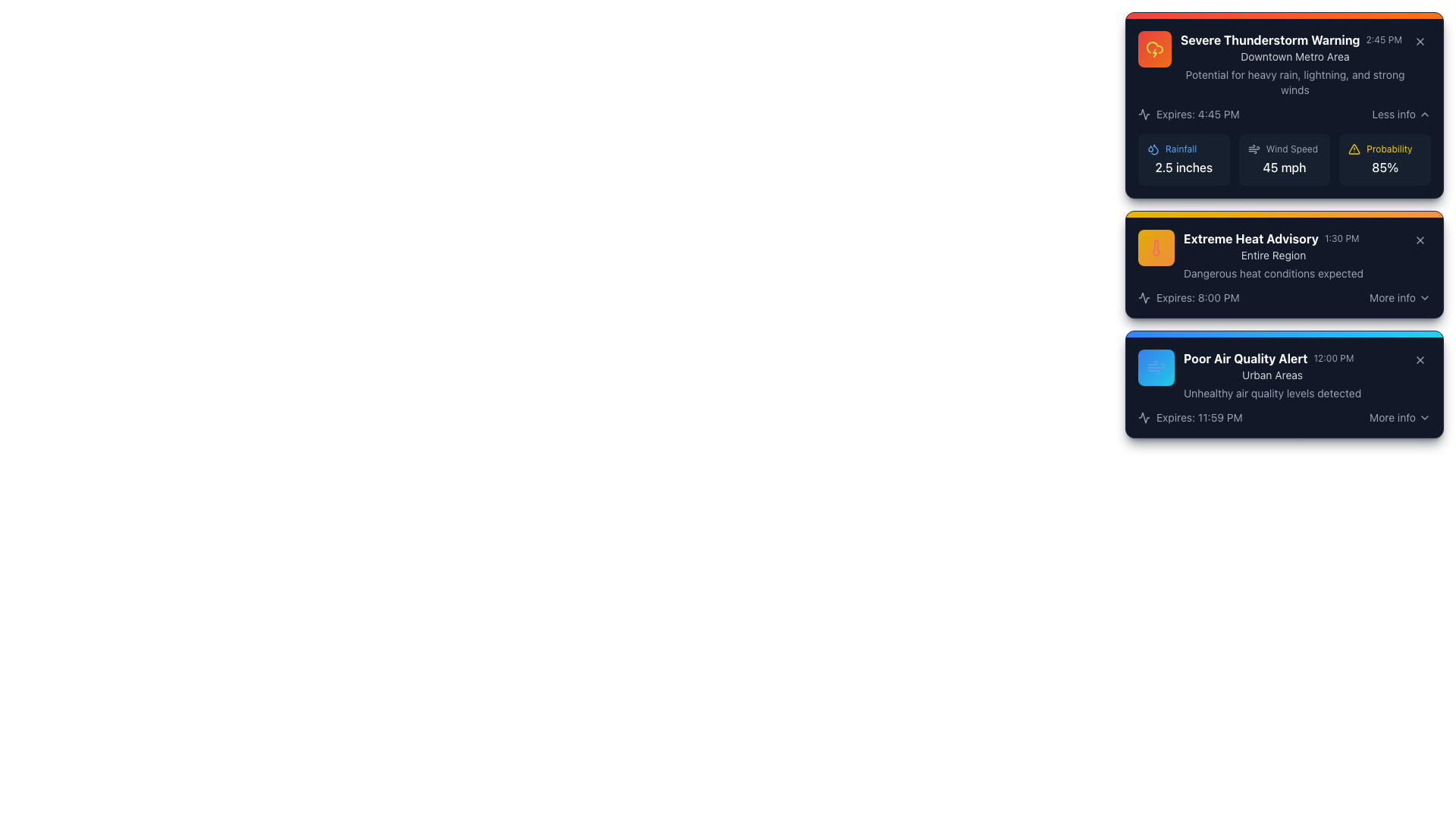 This screenshot has height=819, width=1456. What do you see at coordinates (1197, 113) in the screenshot?
I see `the text label displaying 'Expires: 4:45 PM' located within the 'Severe Thunderstorm Warning' alert box, aligned centrally below the title and description` at bounding box center [1197, 113].